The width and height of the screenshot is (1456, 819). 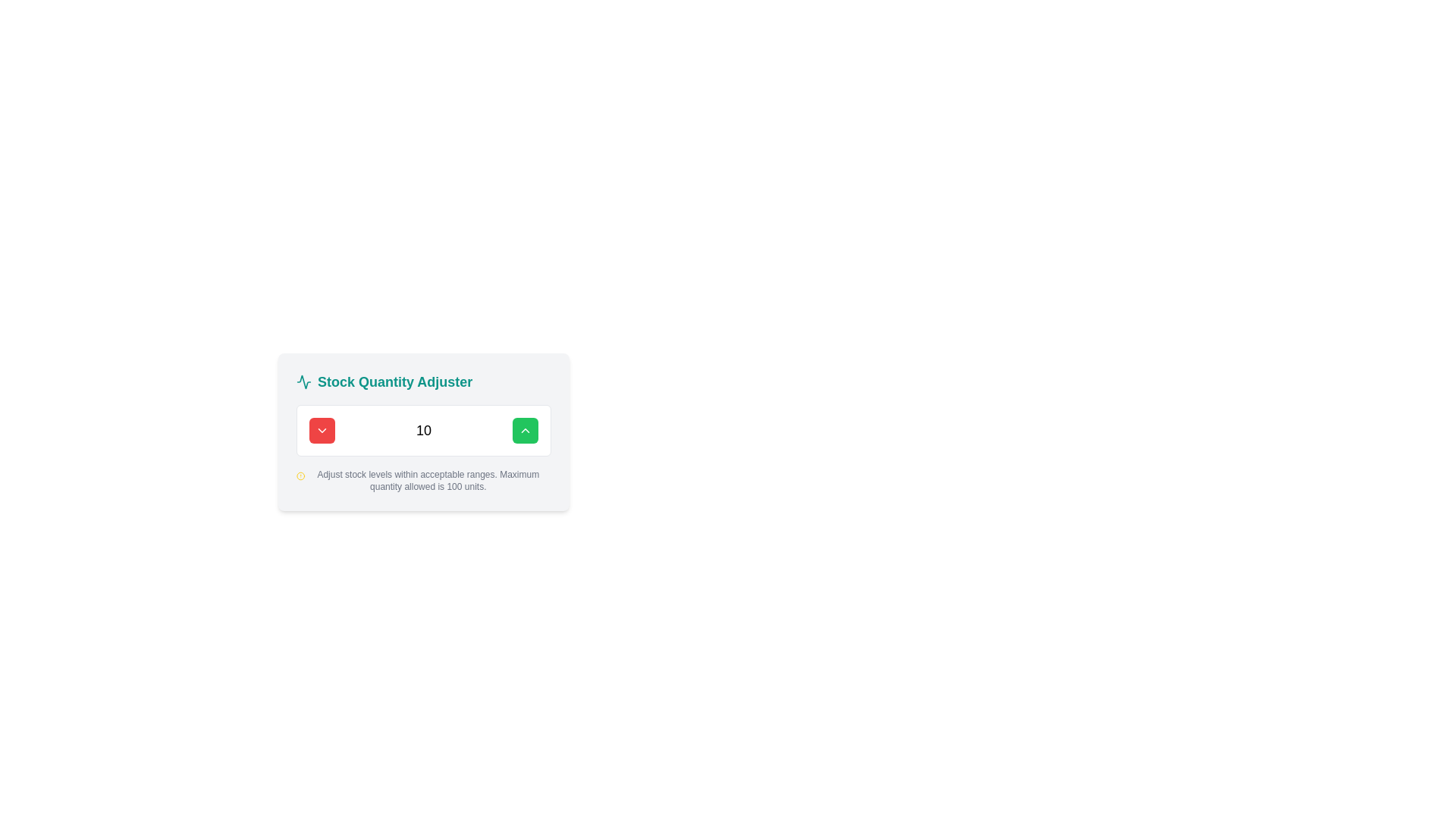 What do you see at coordinates (423, 480) in the screenshot?
I see `the informational text with an icon located at the bottom of the 'Stock Quantity Adjuster' card, which provides guidance on acceptable stock adjustment ranges` at bounding box center [423, 480].